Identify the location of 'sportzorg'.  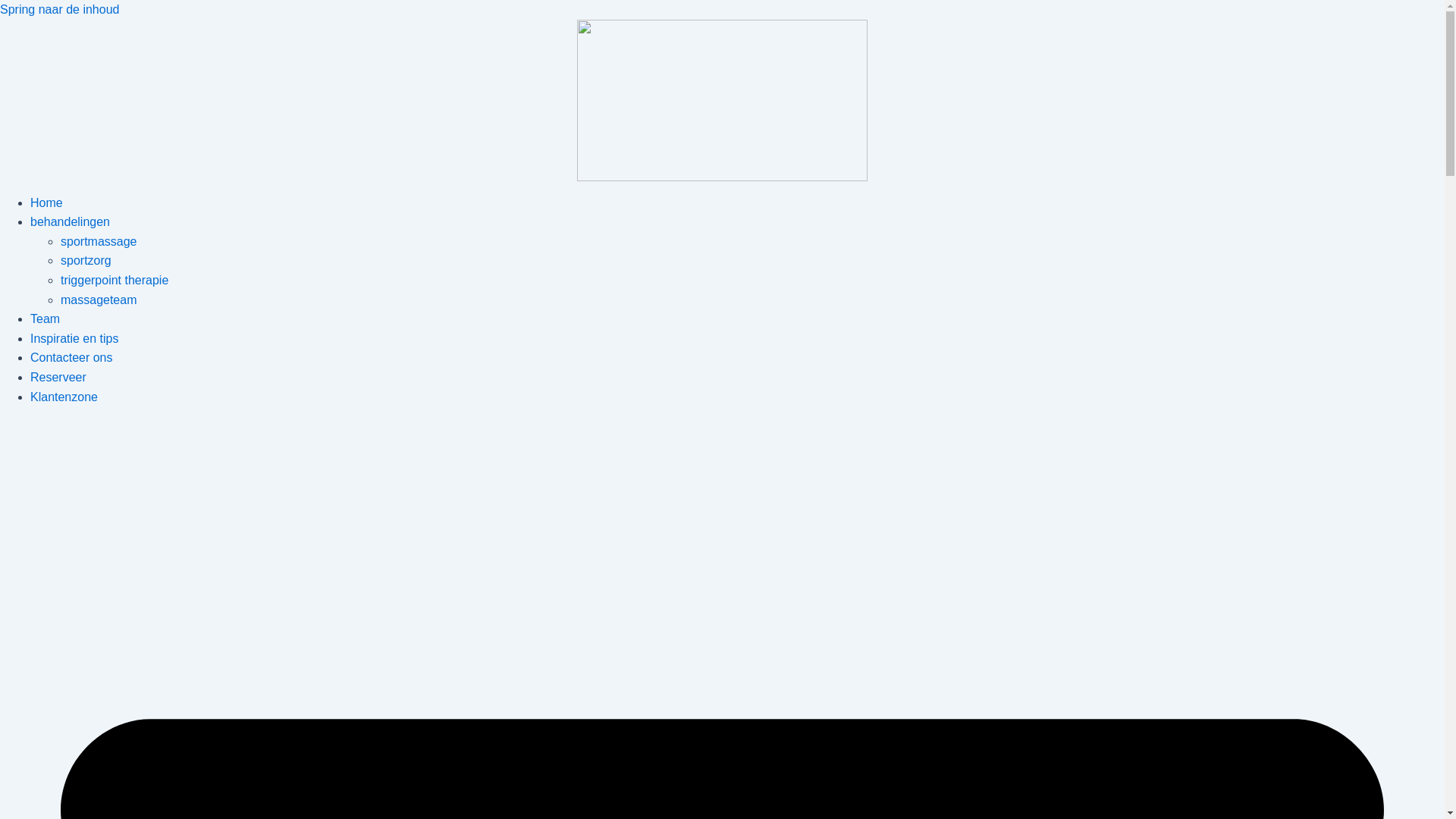
(85, 259).